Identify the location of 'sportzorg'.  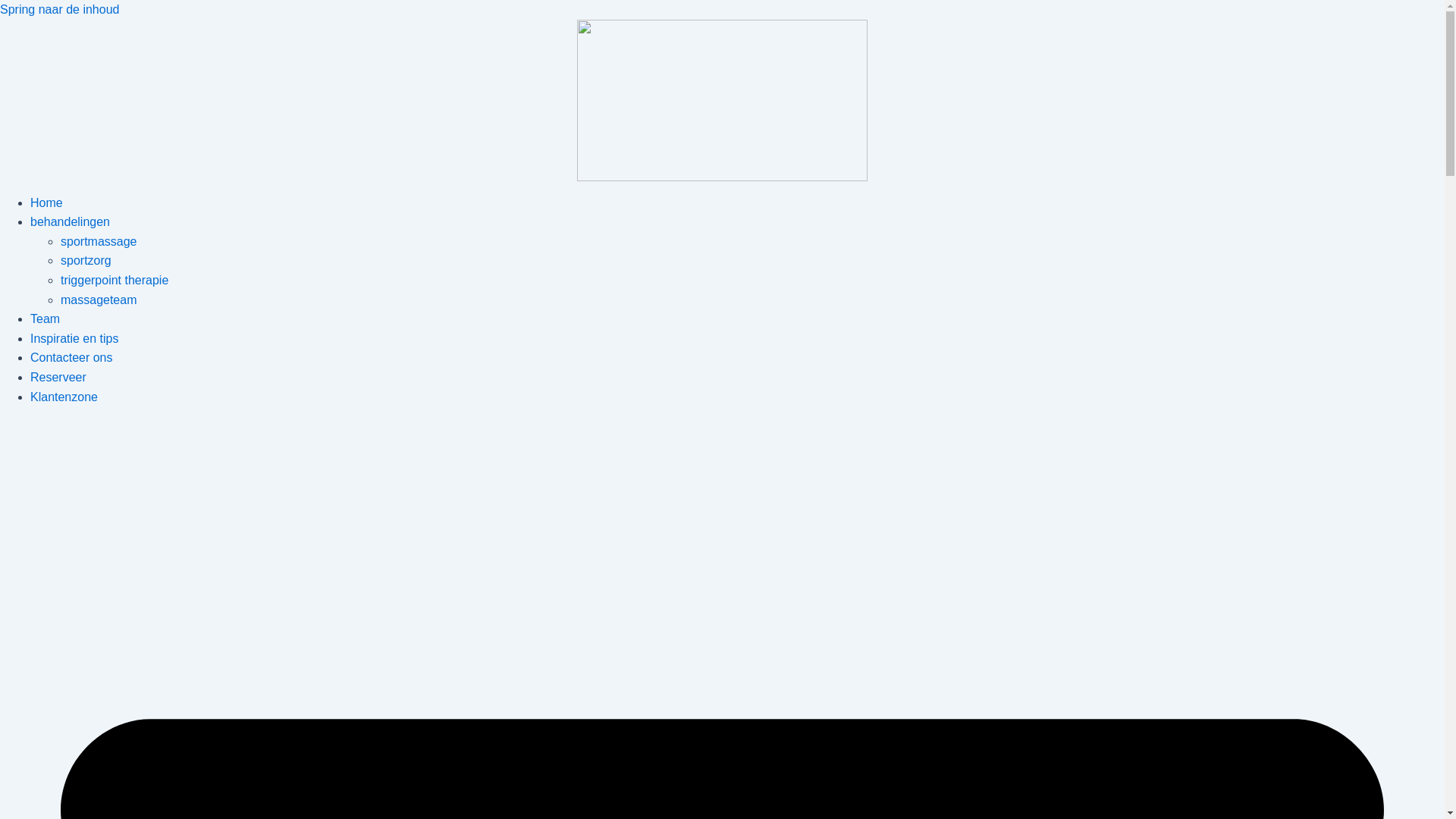
(85, 259).